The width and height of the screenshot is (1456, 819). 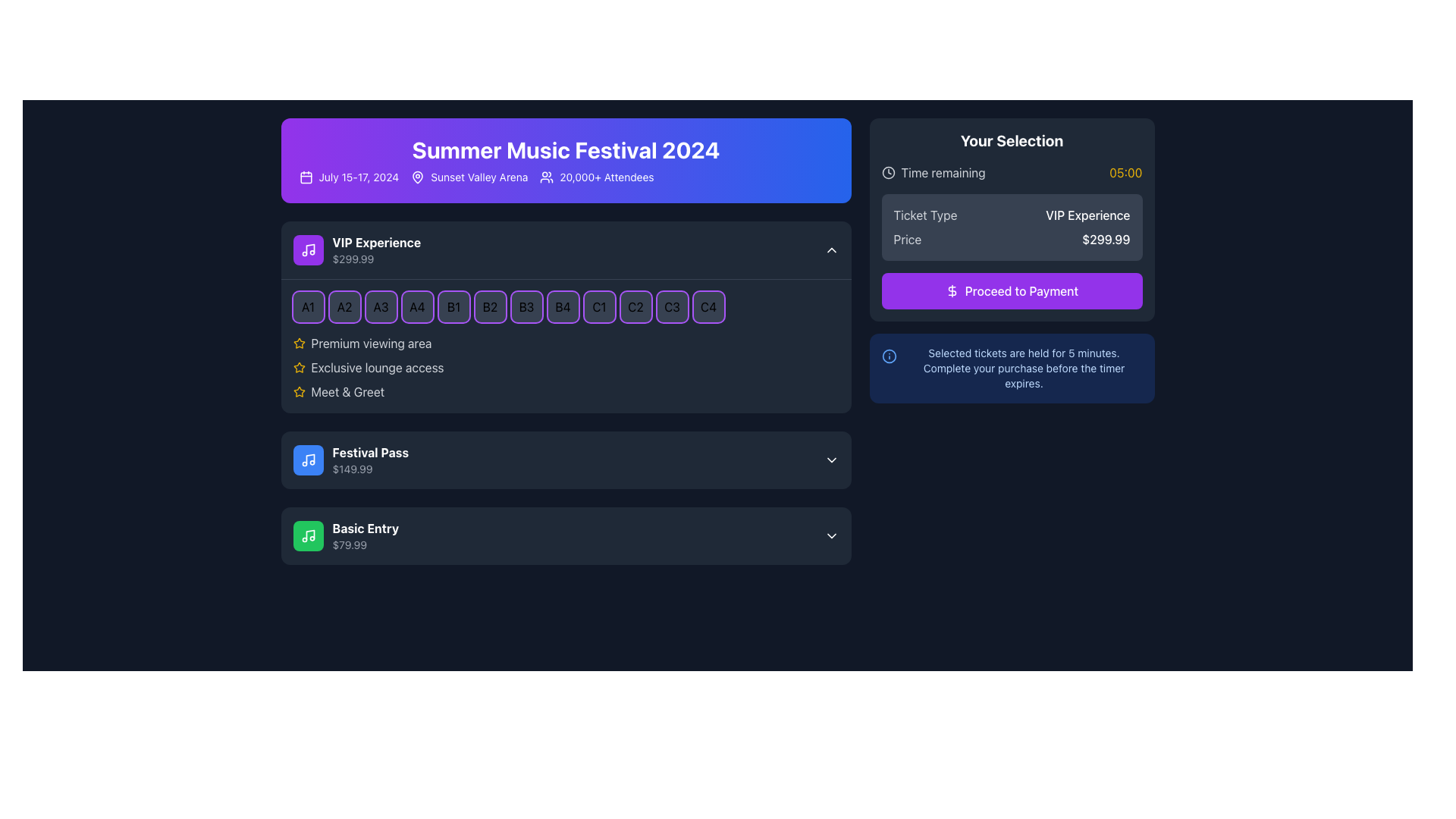 What do you see at coordinates (307, 307) in the screenshot?
I see `the button labeled 'A1', which is a rectangular button with a dark gray background and white centered text, located at the top left corner of the grid` at bounding box center [307, 307].